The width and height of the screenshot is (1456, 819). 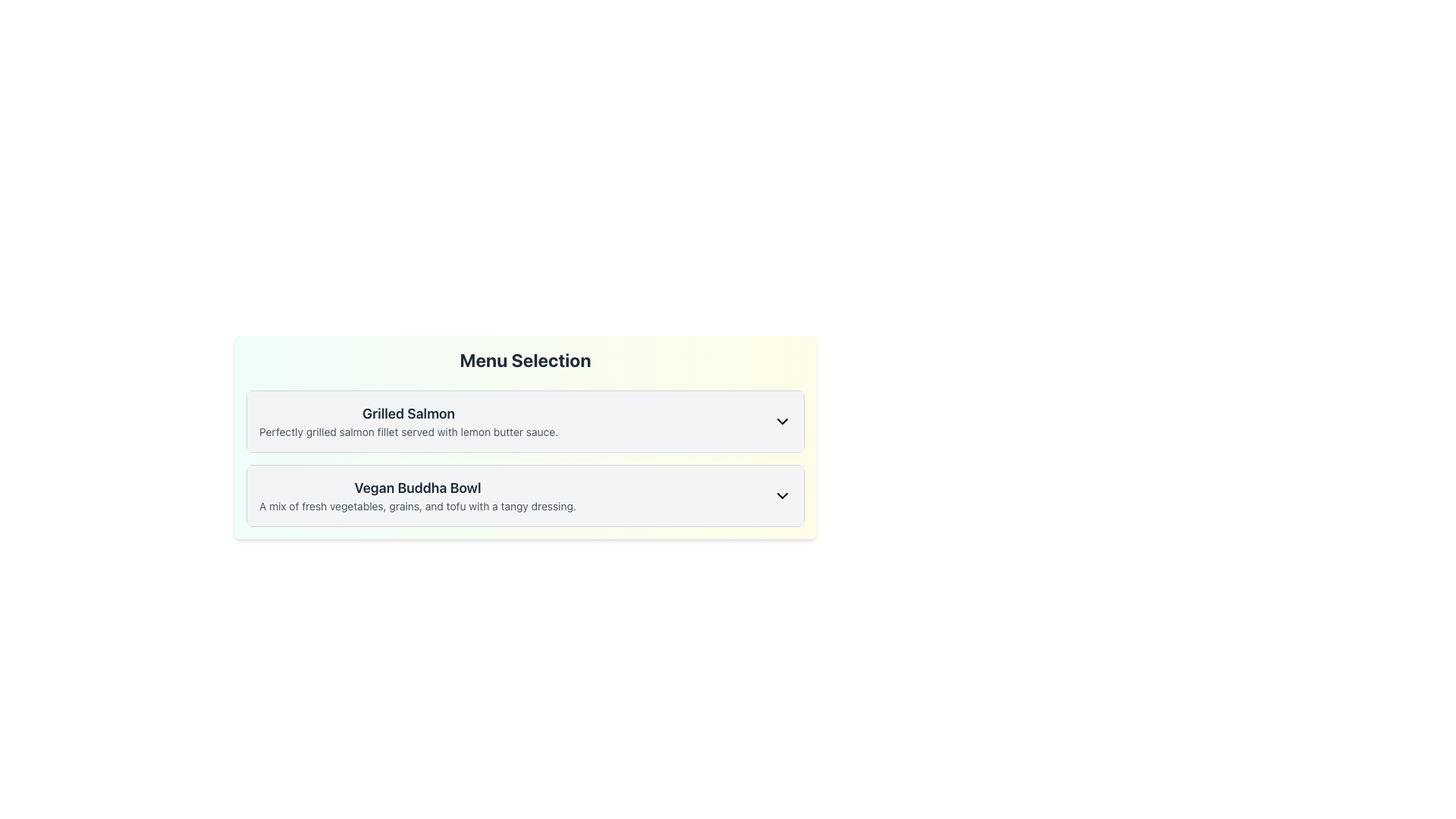 What do you see at coordinates (409, 414) in the screenshot?
I see `the bold, large text label displaying 'Grilled Salmon', which is located centrally under the 'Menu Selection' heading and above another description text` at bounding box center [409, 414].